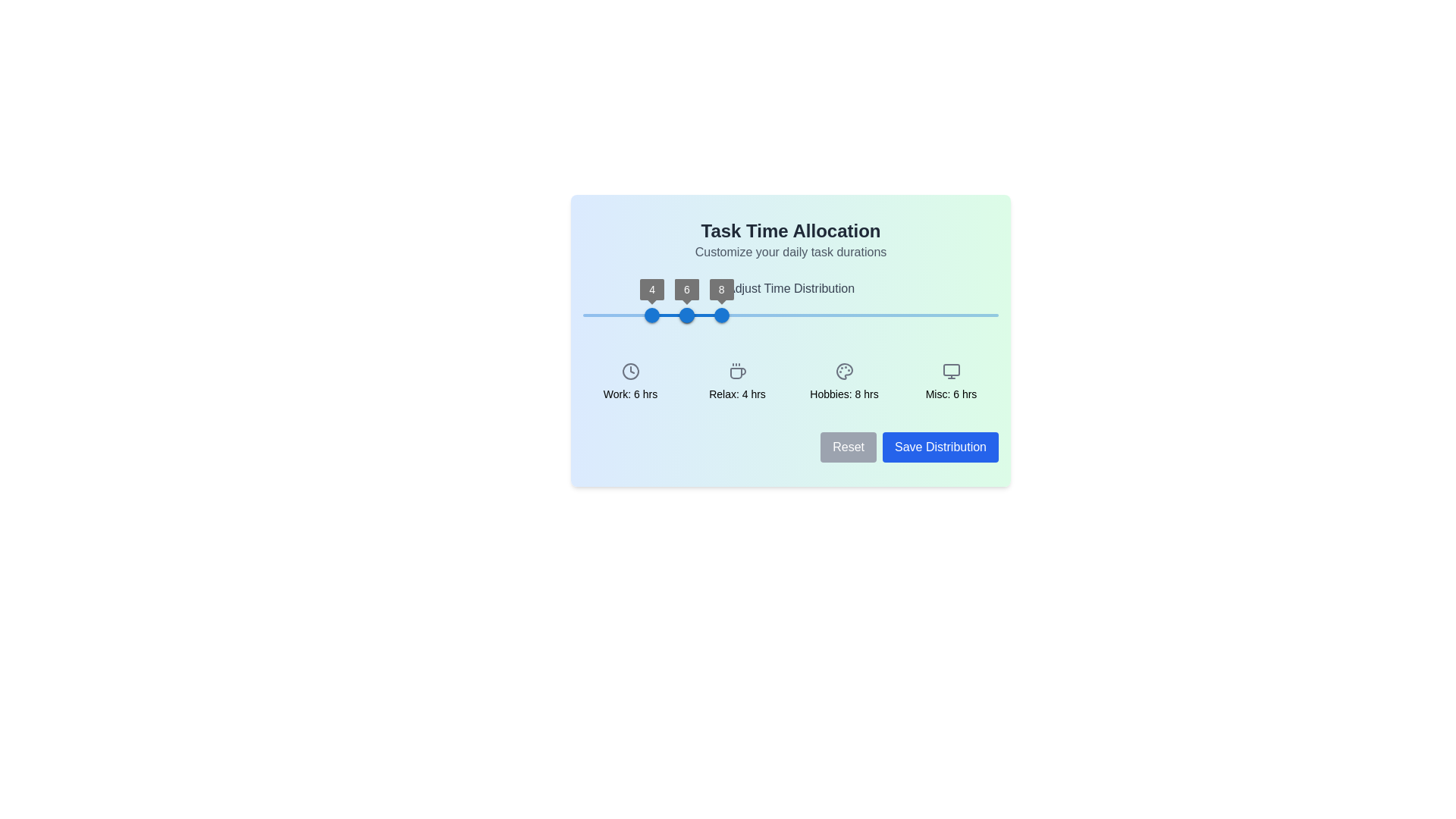 This screenshot has height=819, width=1456. What do you see at coordinates (737, 381) in the screenshot?
I see `the label displaying 'Relax: 4 hrs' with an icon of a steaming coffee mug, which is the second item in a horizontally aligned grid of task time allocations` at bounding box center [737, 381].